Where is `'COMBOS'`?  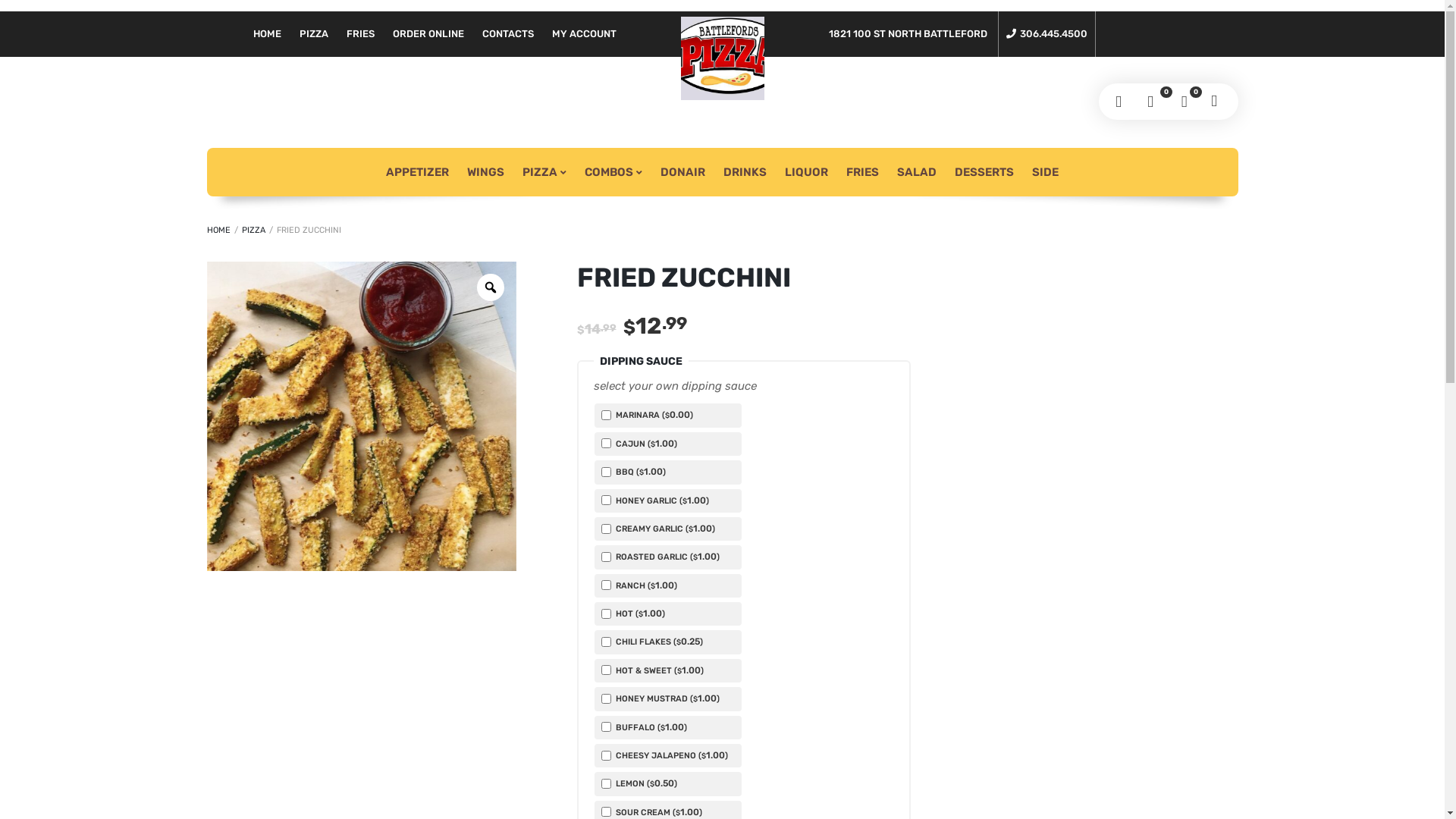 'COMBOS' is located at coordinates (613, 171).